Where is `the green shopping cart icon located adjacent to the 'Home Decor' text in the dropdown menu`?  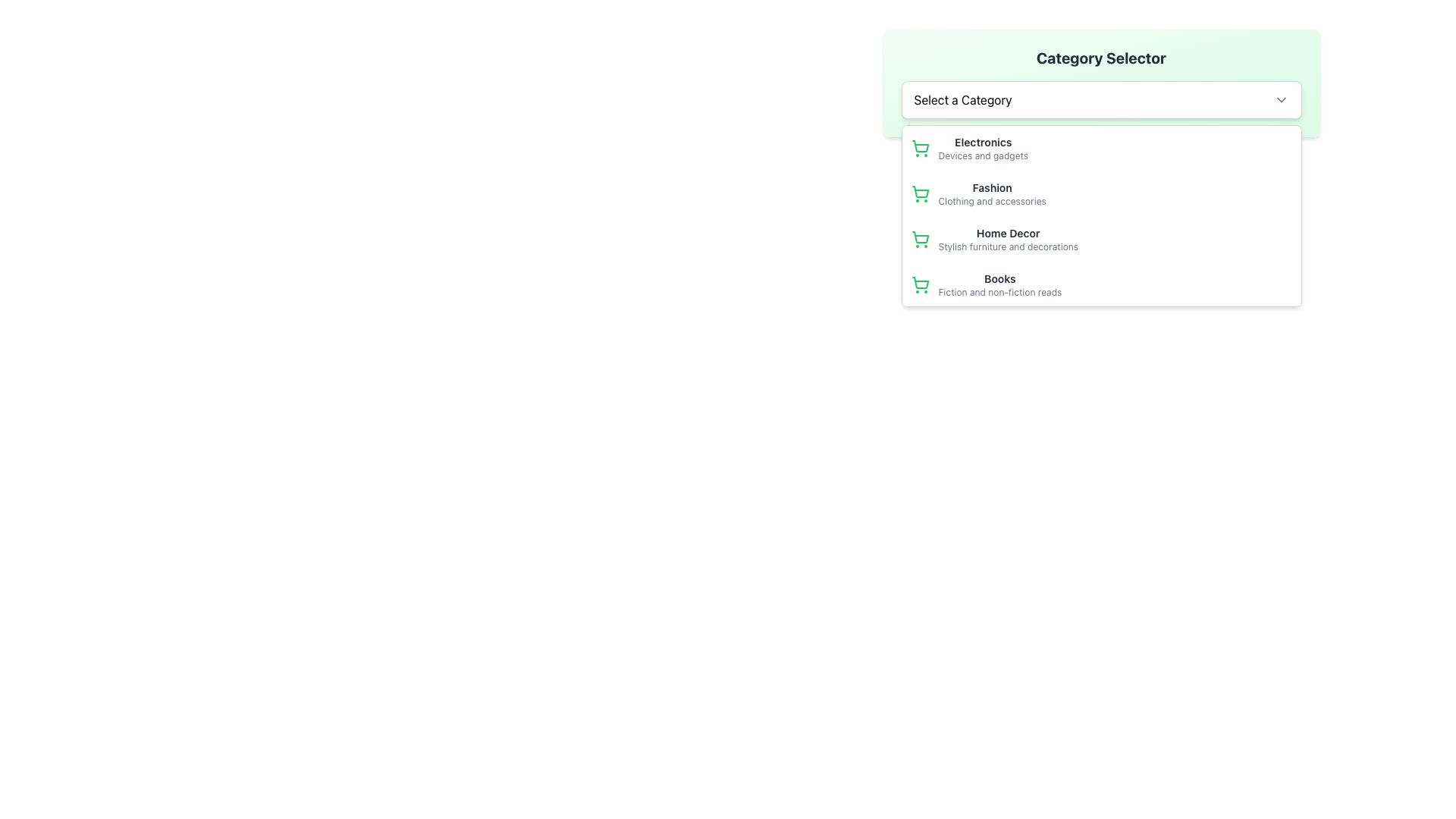 the green shopping cart icon located adjacent to the 'Home Decor' text in the dropdown menu is located at coordinates (919, 239).